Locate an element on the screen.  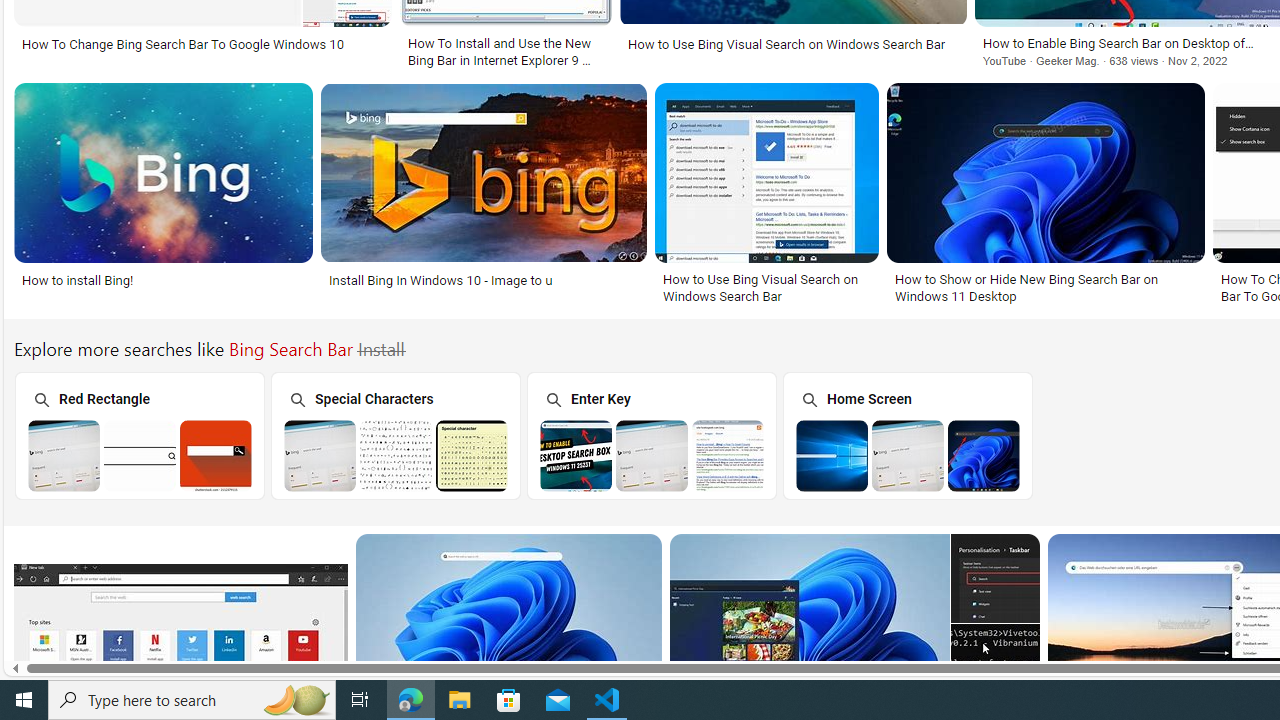
'Red Rectangle Bing Search Bar Red Rectangle' is located at coordinates (138, 434).